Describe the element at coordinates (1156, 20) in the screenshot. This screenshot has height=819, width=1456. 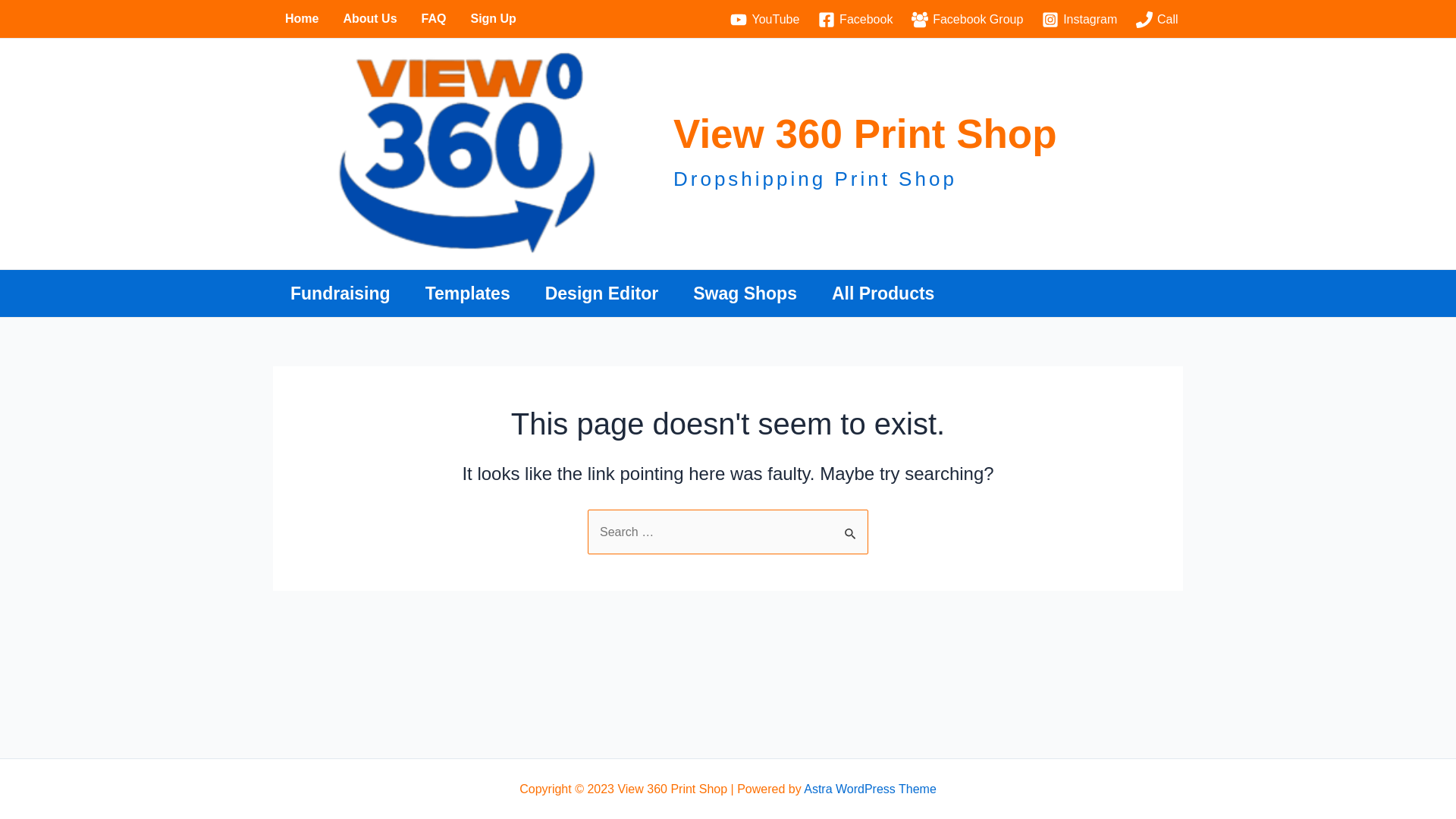
I see `'Call'` at that location.